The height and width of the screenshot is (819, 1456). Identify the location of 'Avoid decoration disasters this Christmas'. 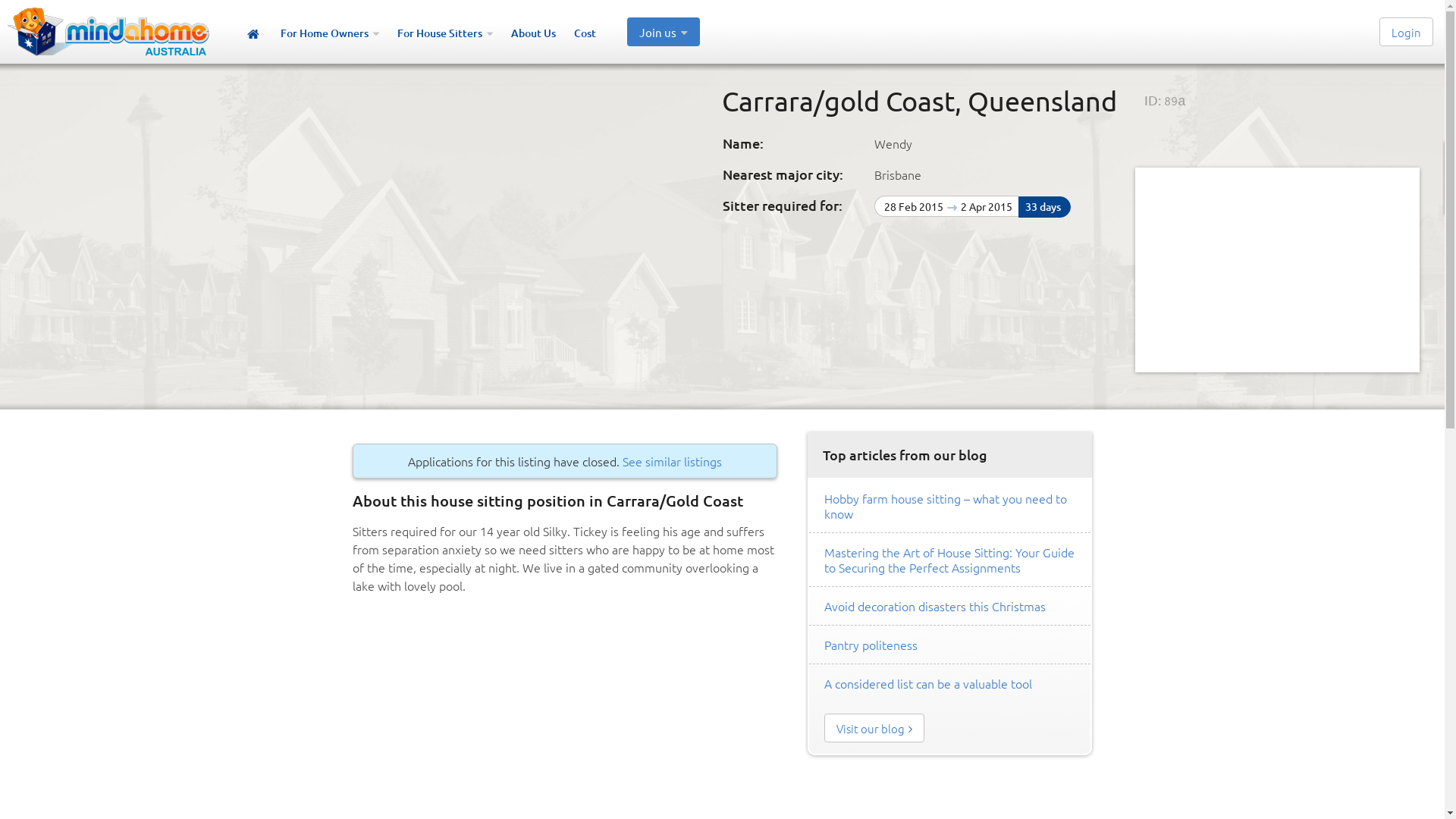
(934, 604).